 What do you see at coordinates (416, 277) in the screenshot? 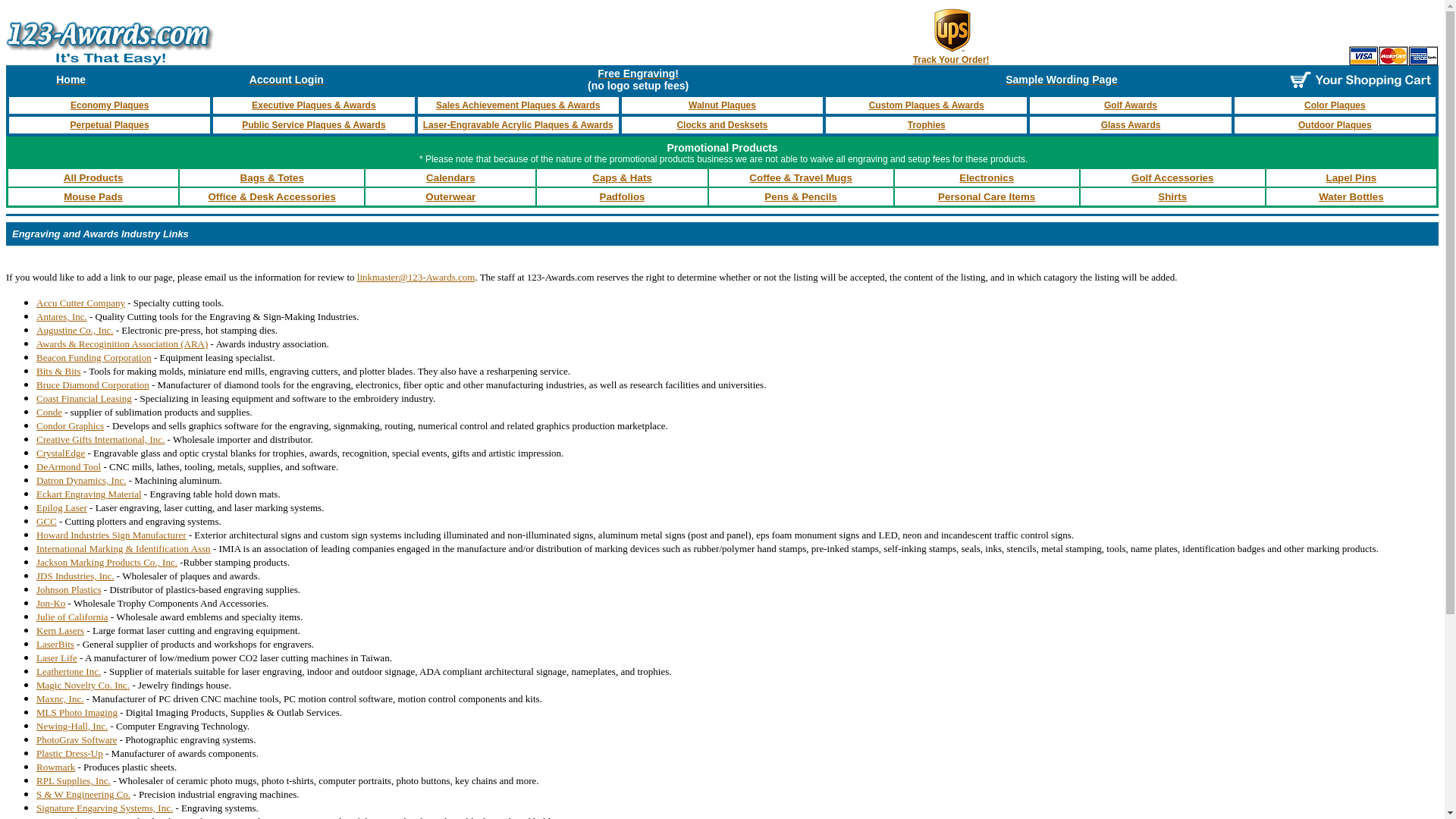
I see `'linkmaster@123-Awards.com'` at bounding box center [416, 277].